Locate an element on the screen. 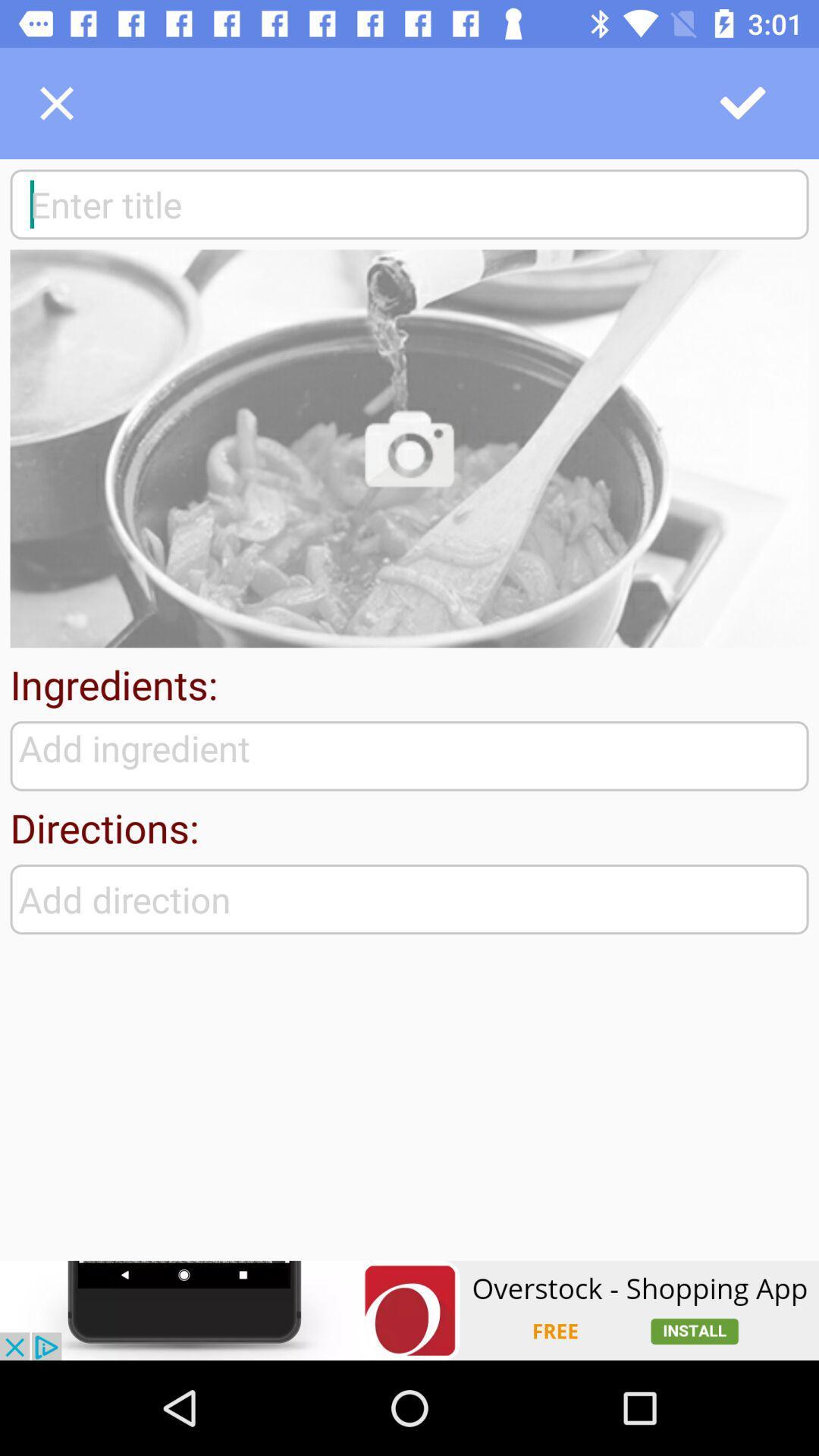 This screenshot has width=819, height=1456. the name option is located at coordinates (409, 203).